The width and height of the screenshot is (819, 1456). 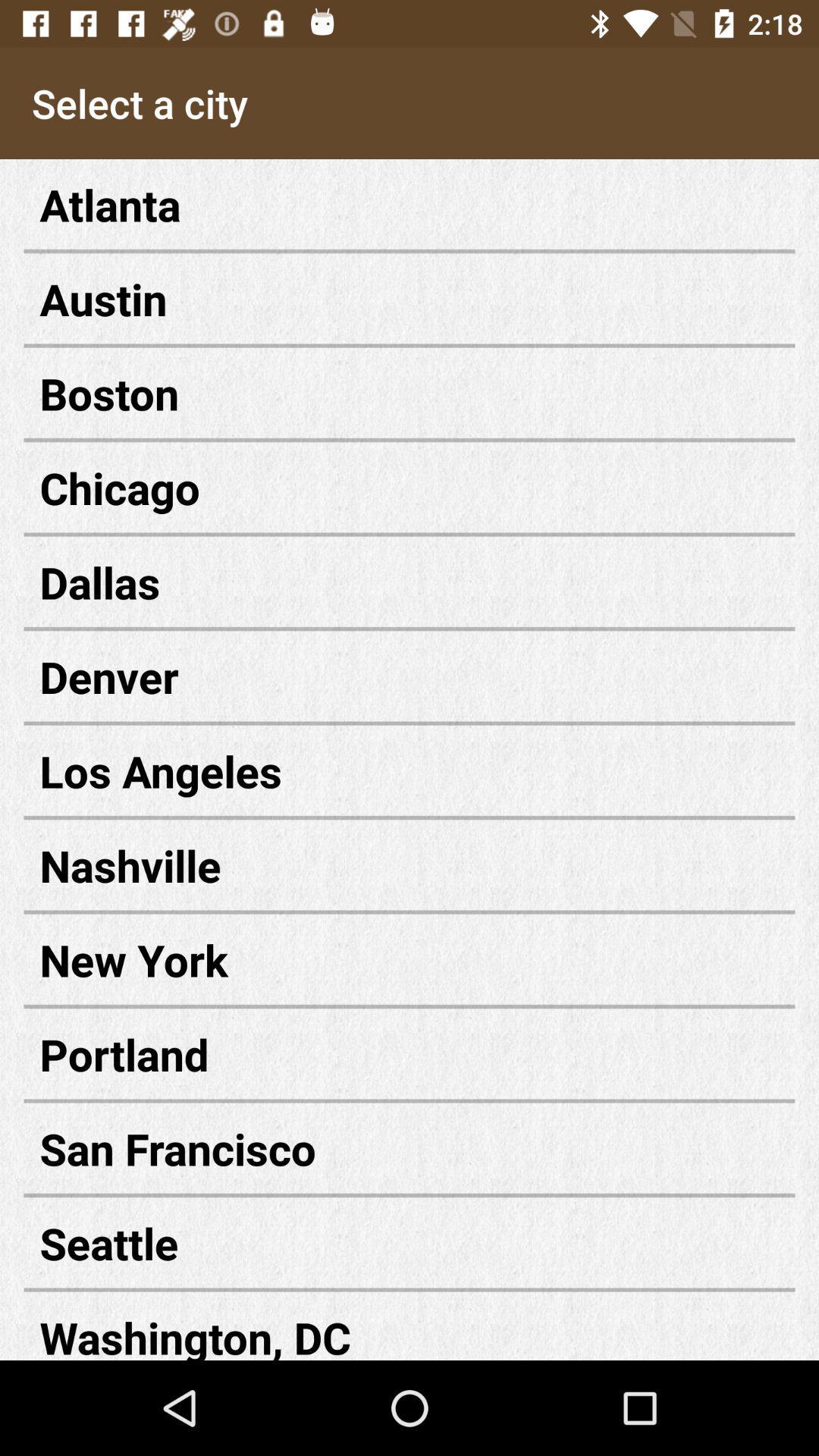 What do you see at coordinates (409, 393) in the screenshot?
I see `boston icon` at bounding box center [409, 393].